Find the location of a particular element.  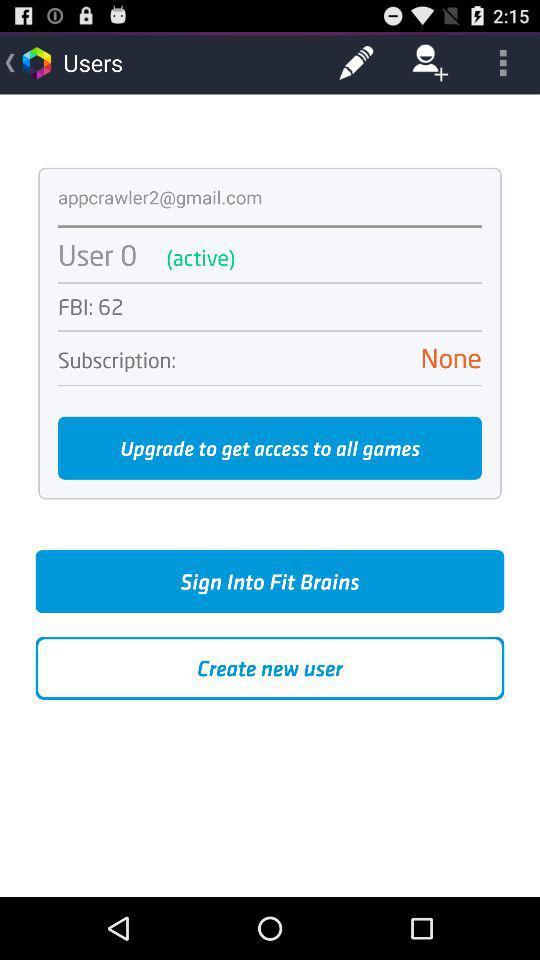

appcrawler2@gmail.com icon is located at coordinates (159, 197).